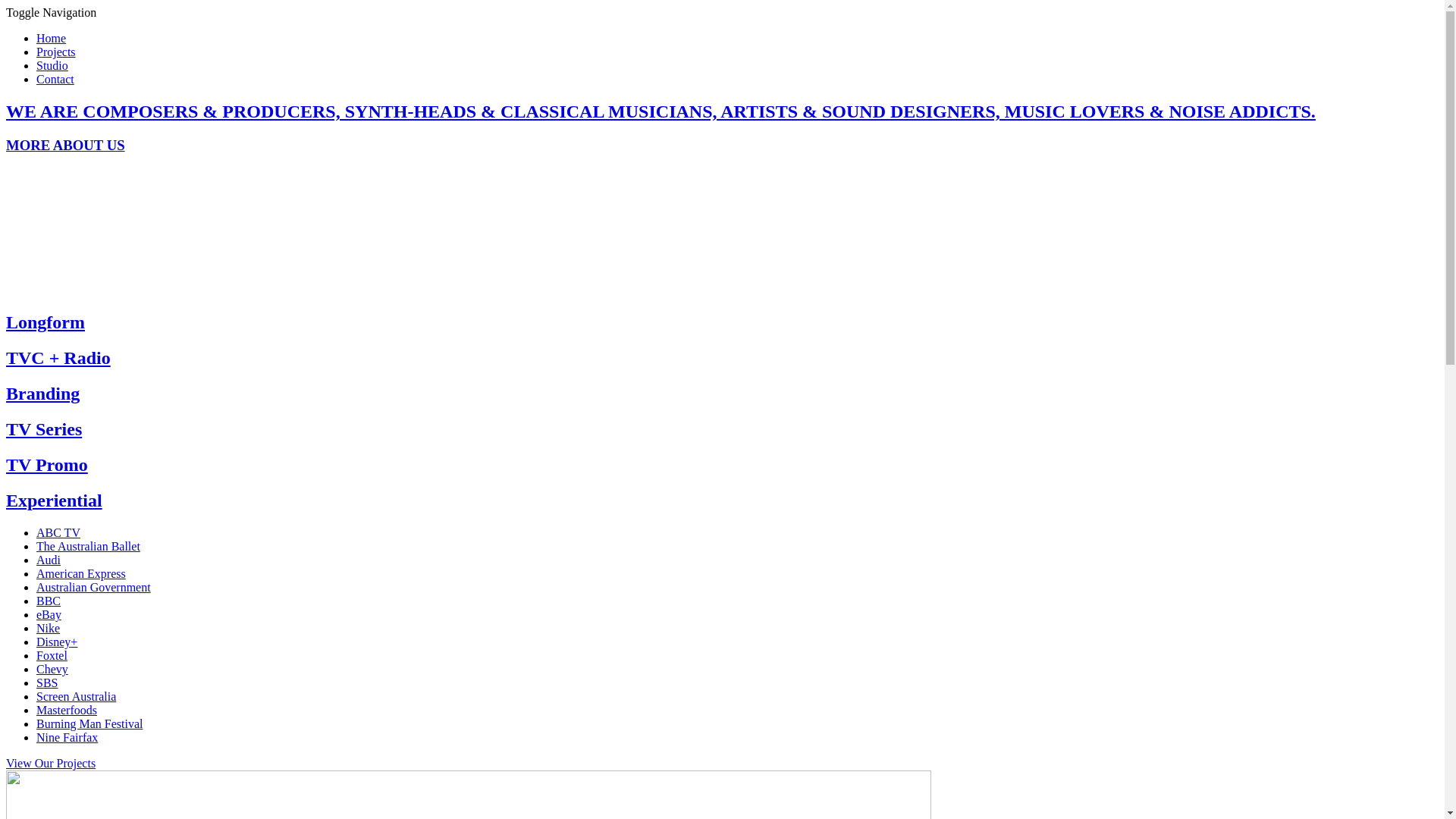 The image size is (1456, 819). I want to click on 'Longform', so click(45, 321).